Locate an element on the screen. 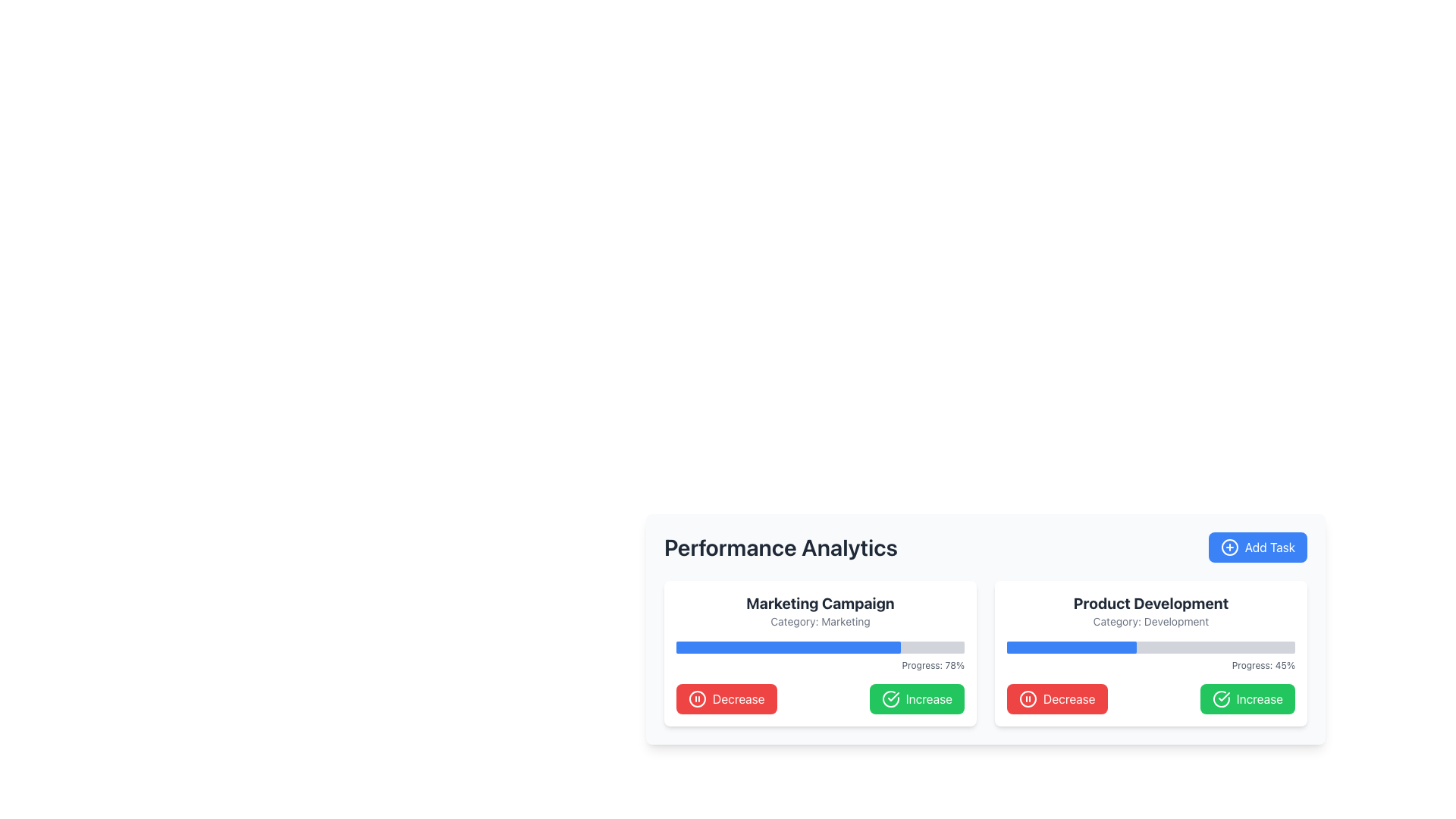 This screenshot has width=1456, height=819. the text label stating 'Category: Marketing' which is positioned under the title 'Marketing Campaign' in a white card is located at coordinates (819, 622).